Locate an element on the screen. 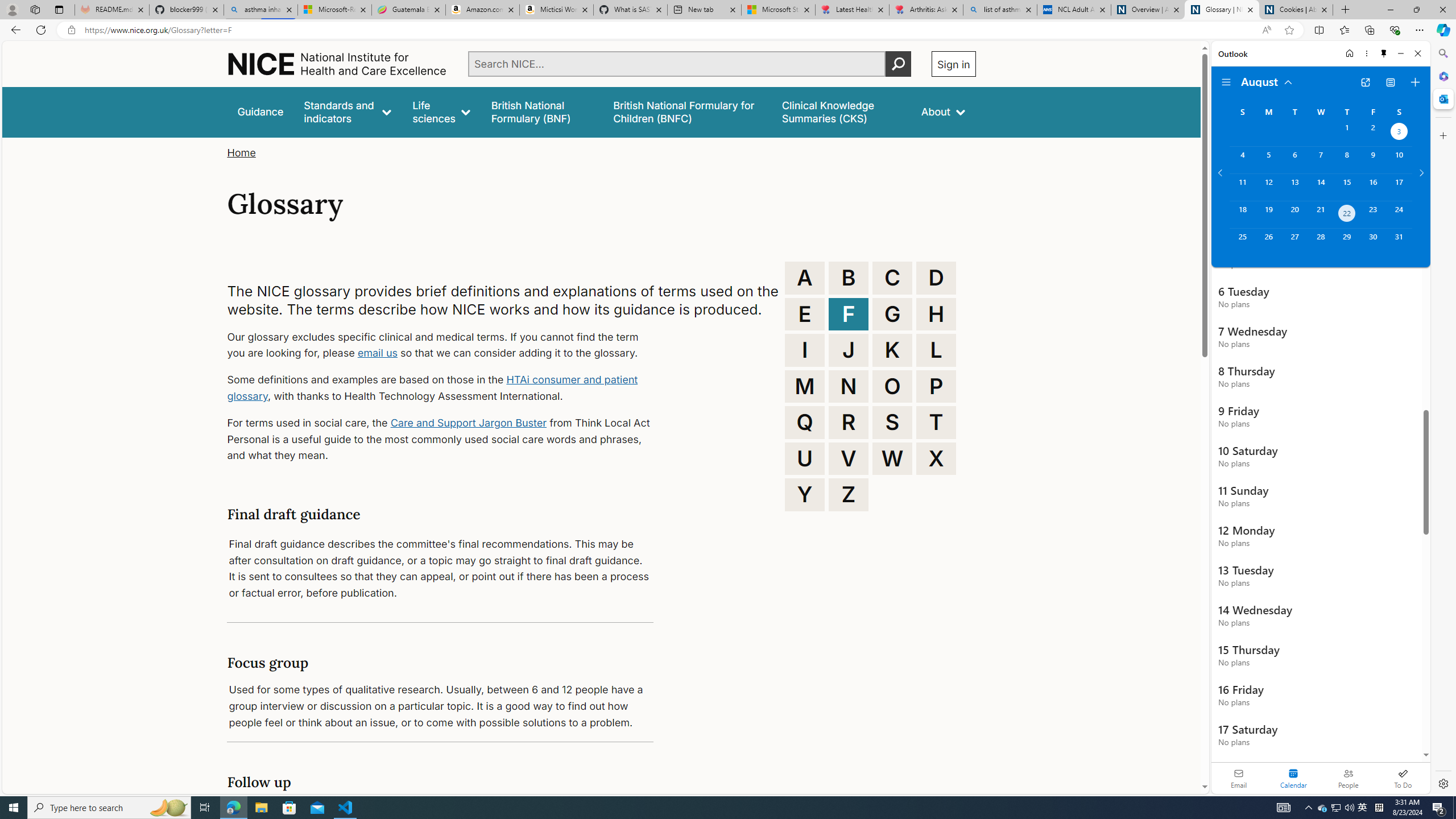 Image resolution: width=1456 pixels, height=819 pixels. 'Glossary | NICE' is located at coordinates (1222, 9).